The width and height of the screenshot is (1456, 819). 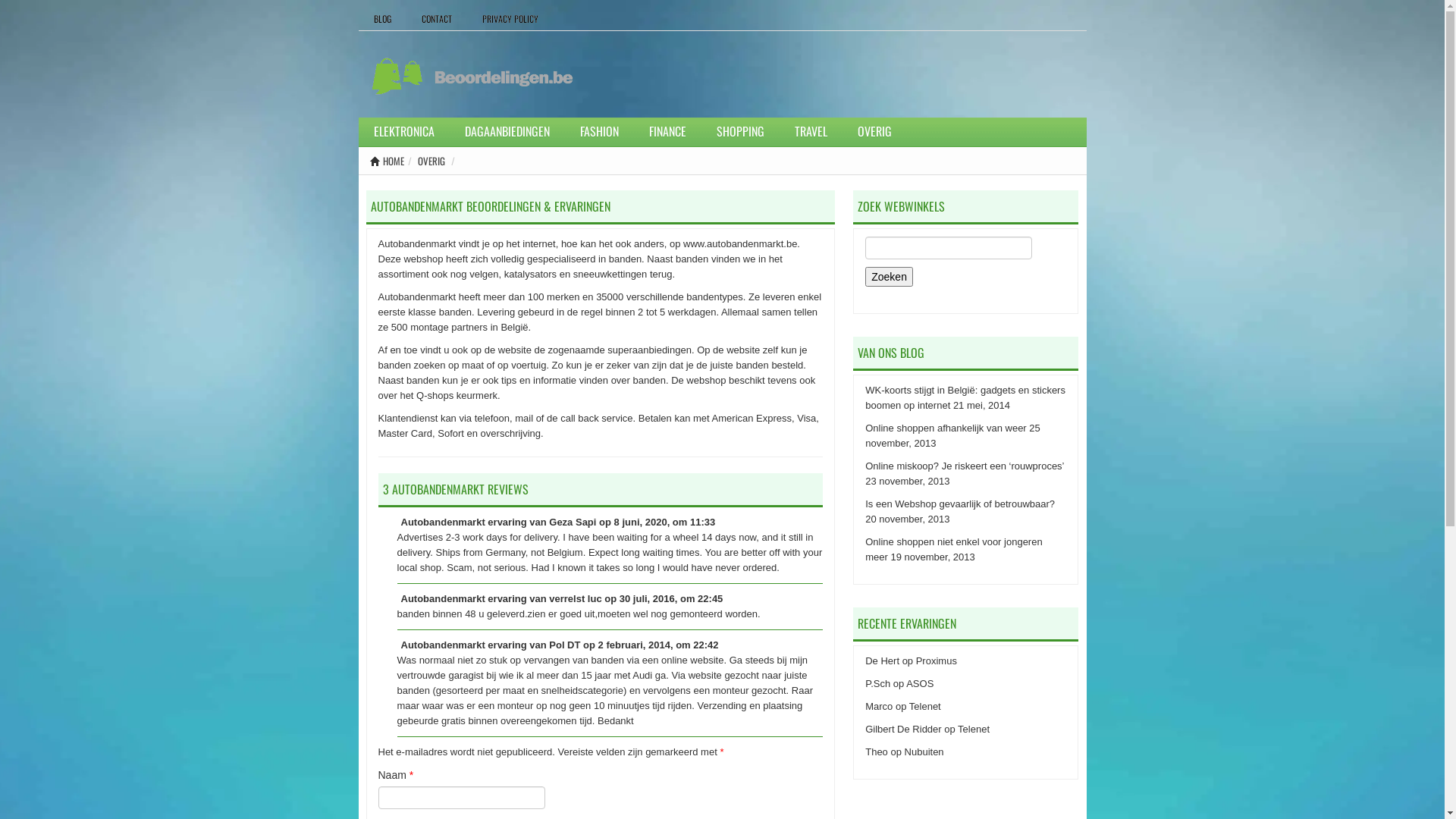 I want to click on 'Proximus', so click(x=935, y=660).